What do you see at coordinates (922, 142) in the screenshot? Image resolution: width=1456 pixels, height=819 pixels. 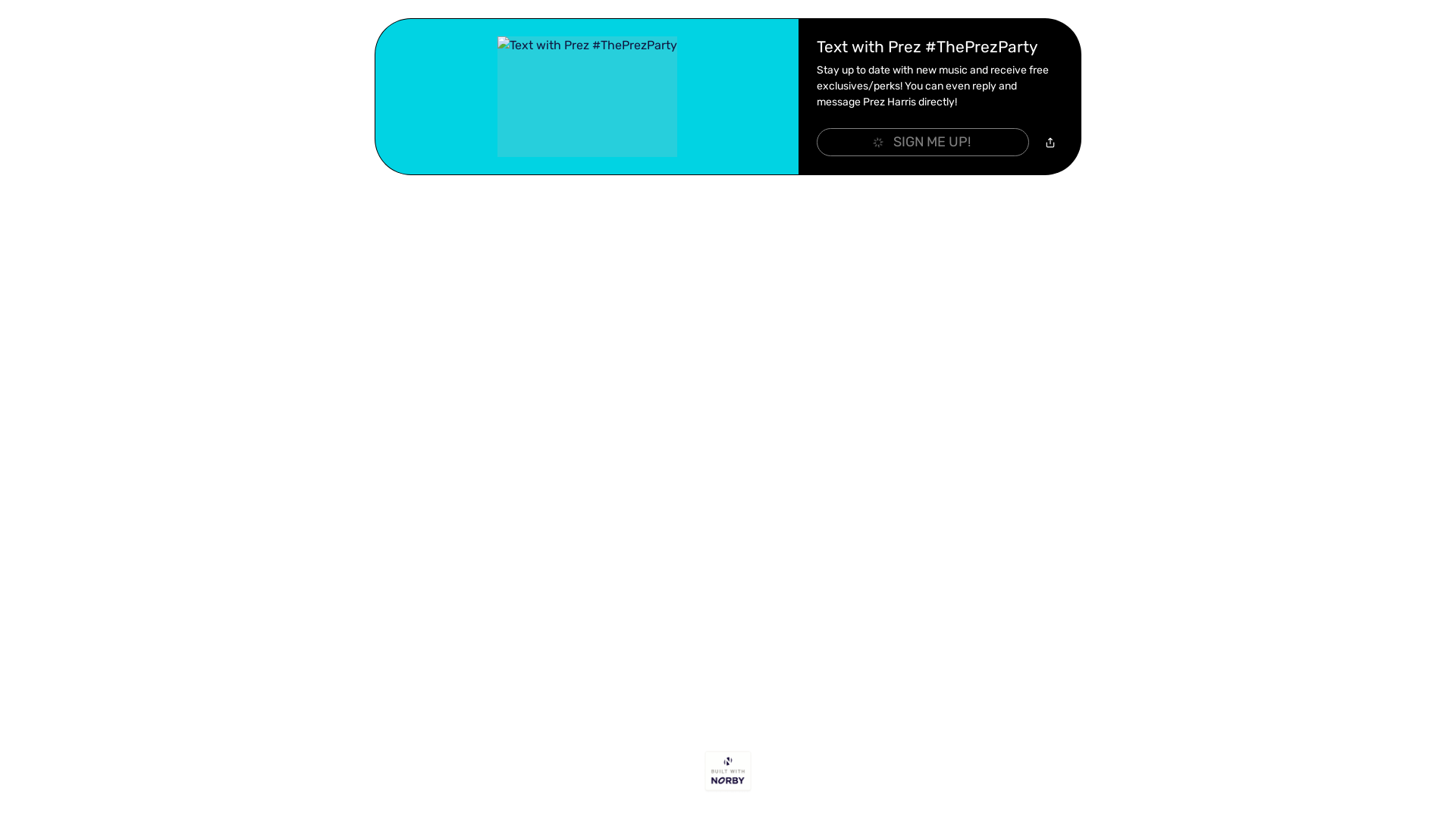 I see `'SIGN ME UP!'` at bounding box center [922, 142].